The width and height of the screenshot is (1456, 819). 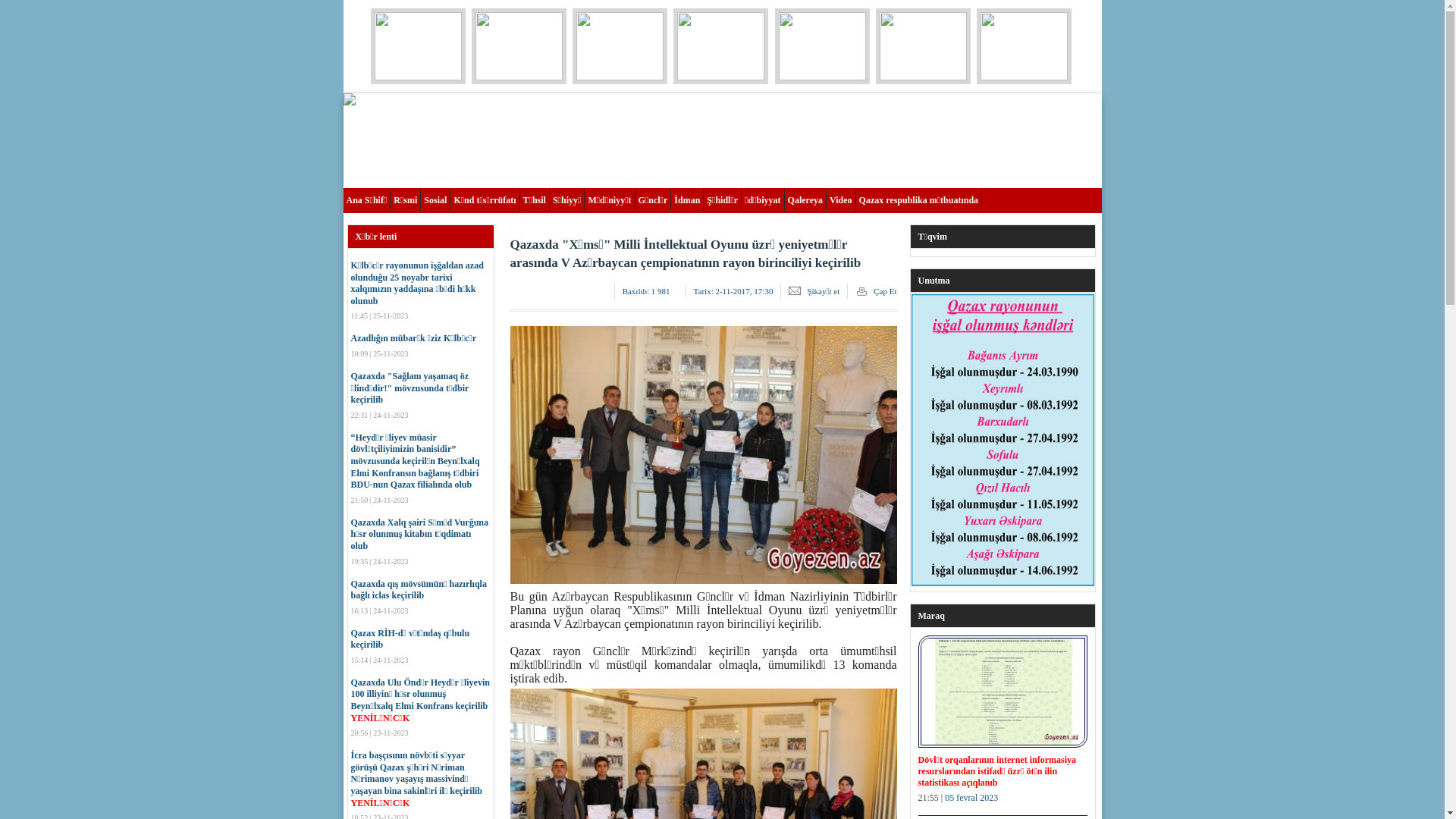 What do you see at coordinates (971, 797) in the screenshot?
I see `'05 fevral 2023'` at bounding box center [971, 797].